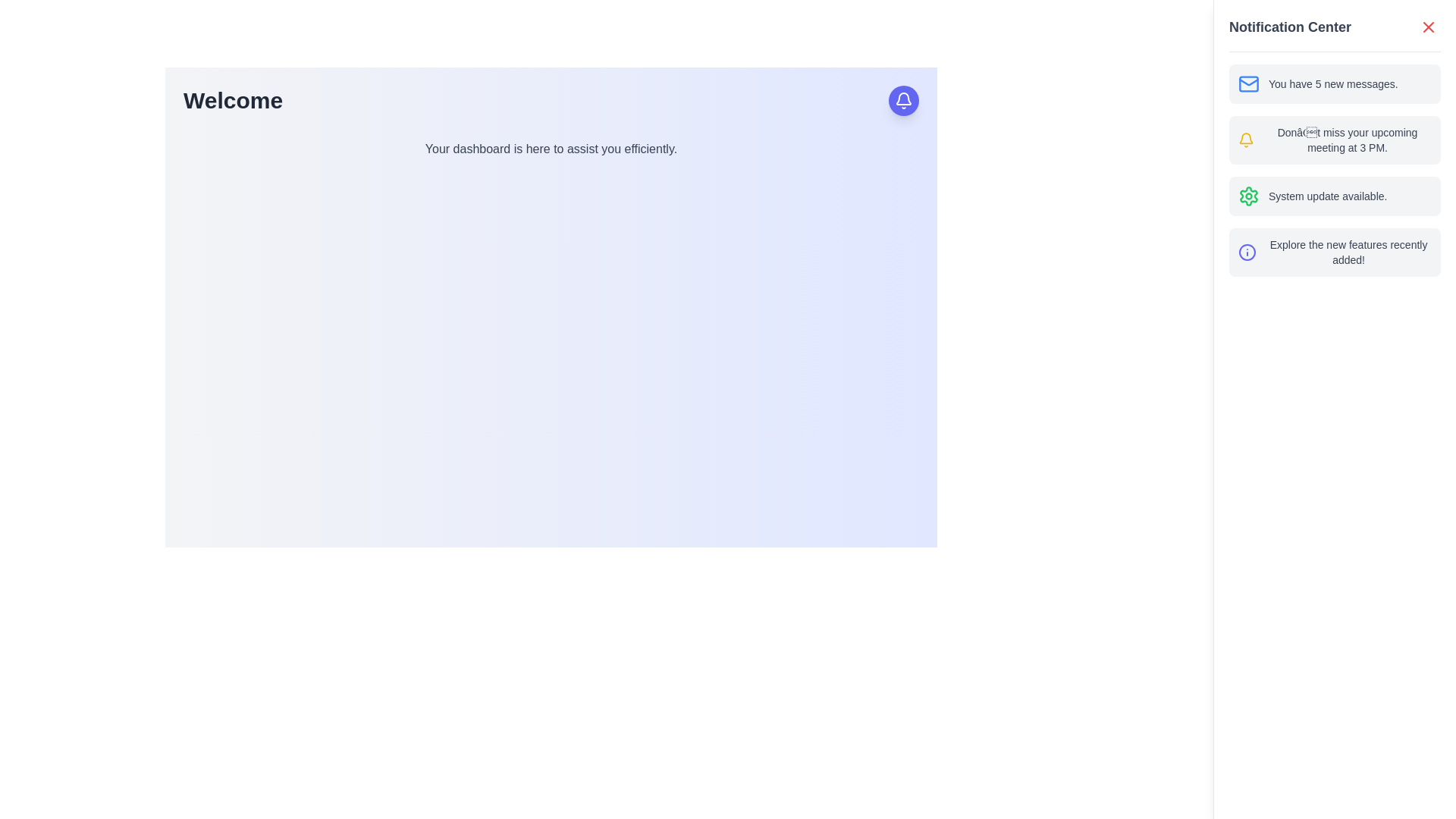 The width and height of the screenshot is (1456, 819). Describe the element at coordinates (1289, 27) in the screenshot. I see `the 'Notification Center' text label, which is a bold, dark gray label positioned at the top of the notification panel` at that location.